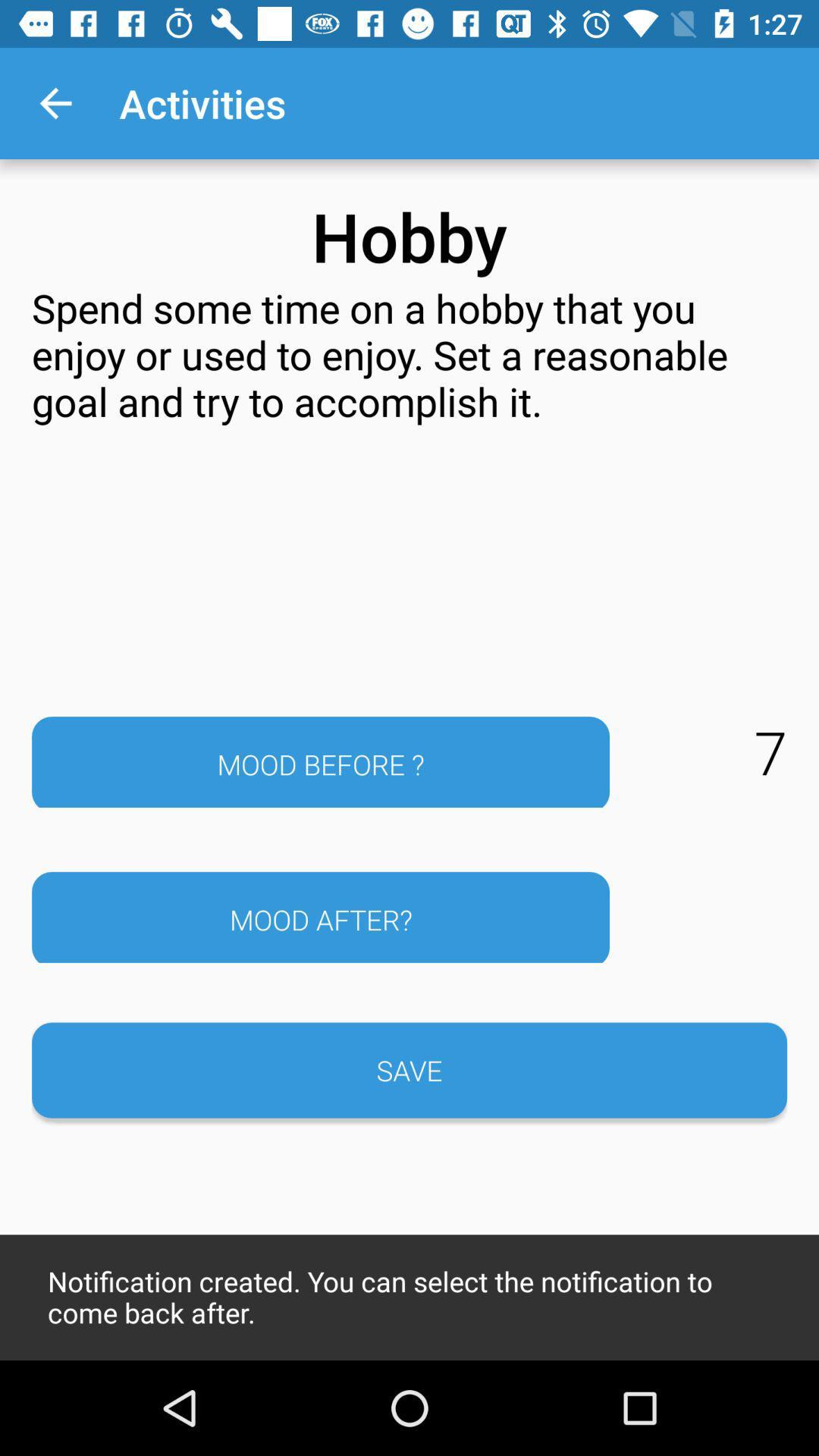  I want to click on item above spend some time app, so click(55, 102).